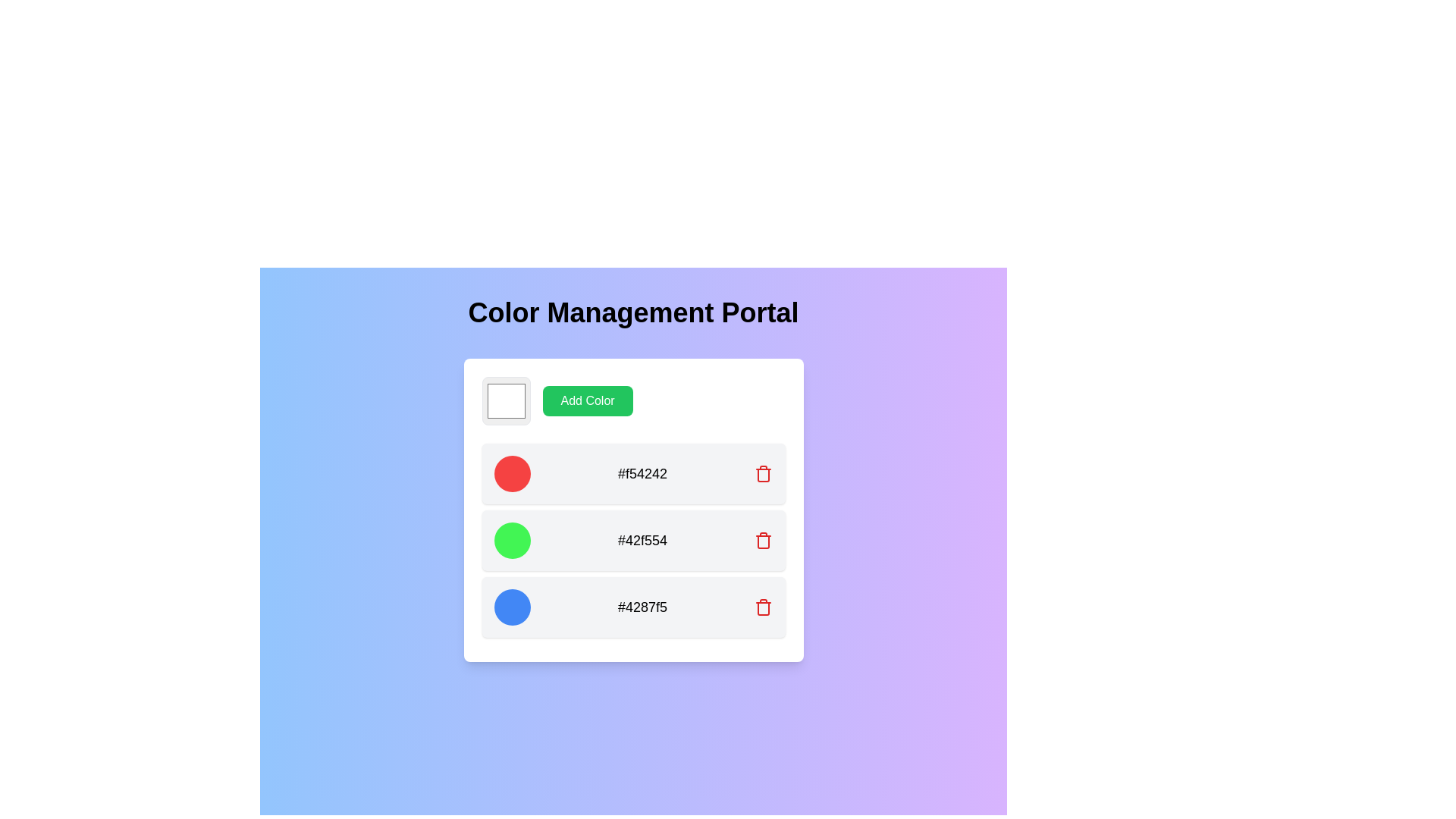 The image size is (1456, 819). Describe the element at coordinates (642, 472) in the screenshot. I see `the static text label displaying the value '#f54242', which is bold and centered within a rectangular section, located in the right portion of the first rectangular section following a red circular icon` at that location.